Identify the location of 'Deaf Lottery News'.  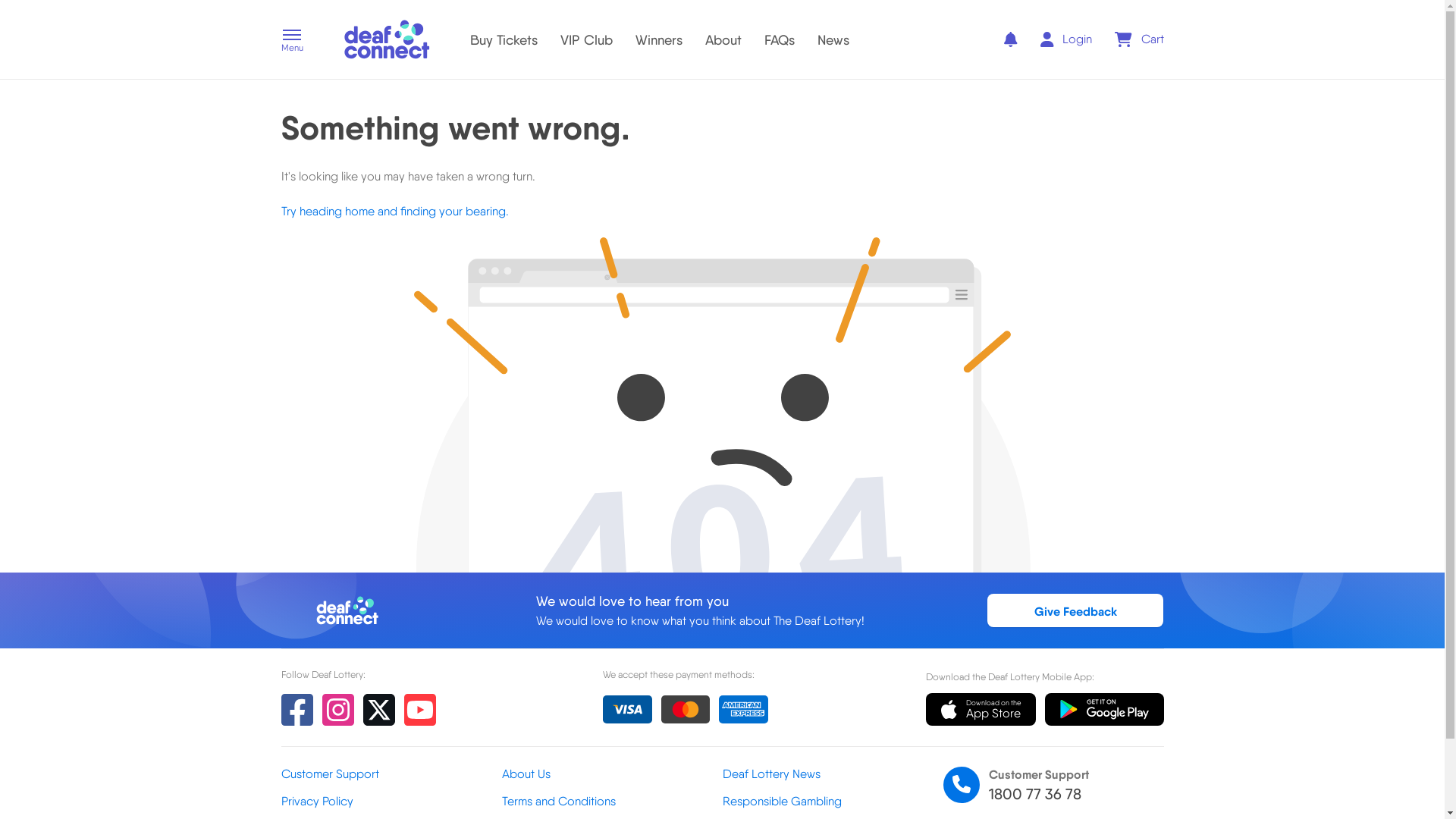
(831, 774).